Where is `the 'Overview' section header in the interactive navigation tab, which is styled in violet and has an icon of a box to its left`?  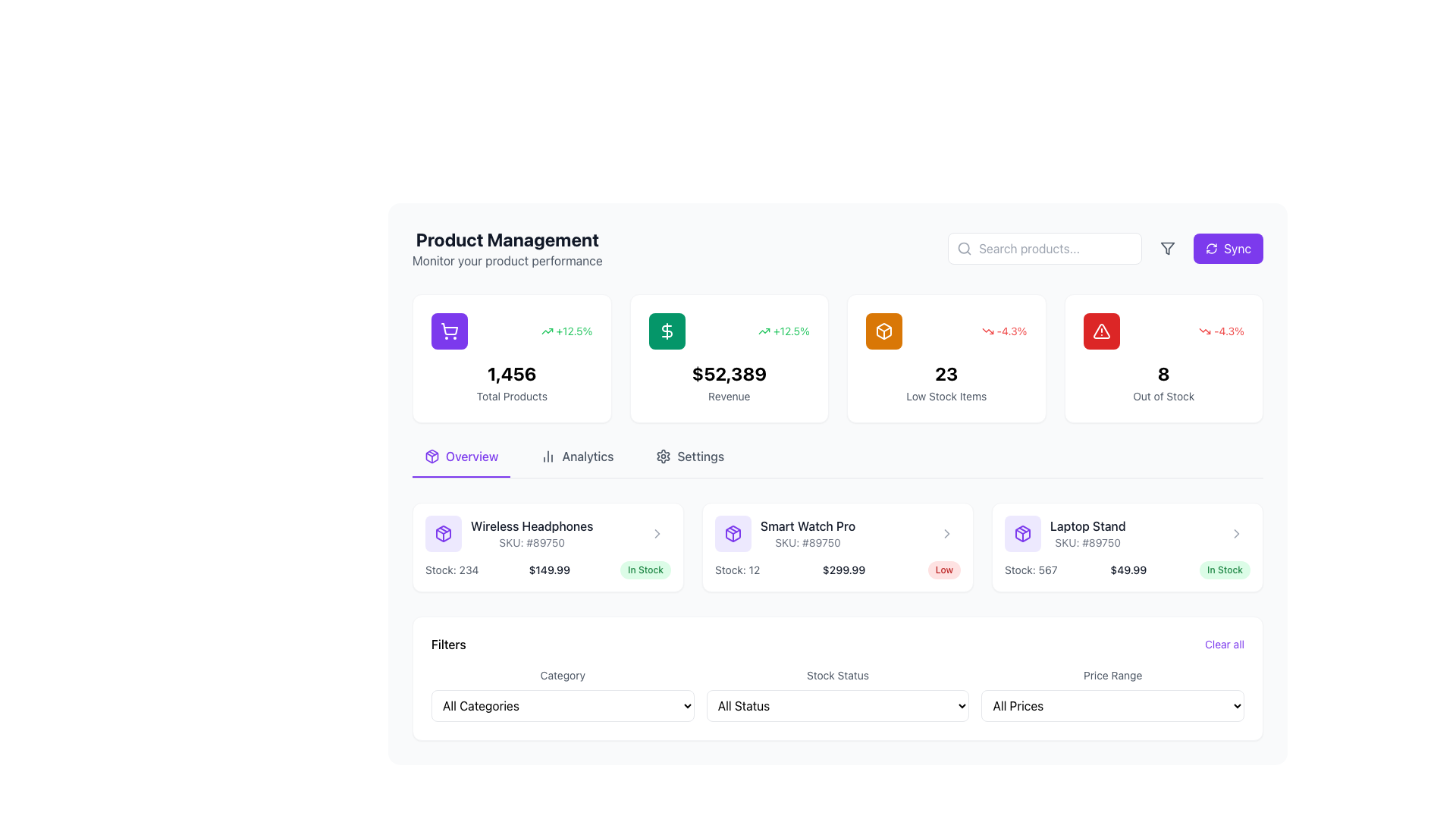
the 'Overview' section header in the interactive navigation tab, which is styled in violet and has an icon of a box to its left is located at coordinates (460, 461).